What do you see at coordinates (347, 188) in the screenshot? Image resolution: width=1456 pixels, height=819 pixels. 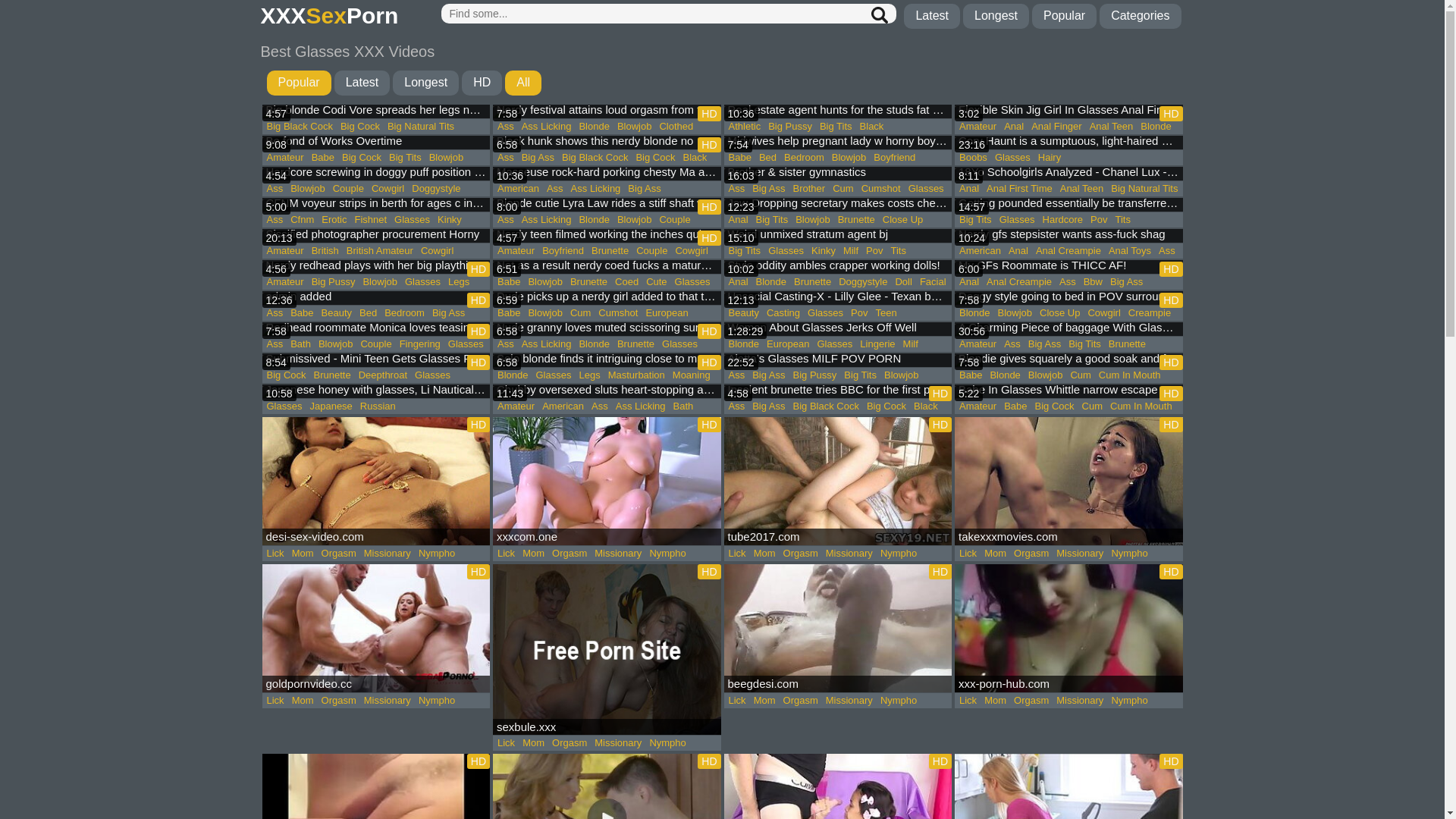 I see `'Couple'` at bounding box center [347, 188].